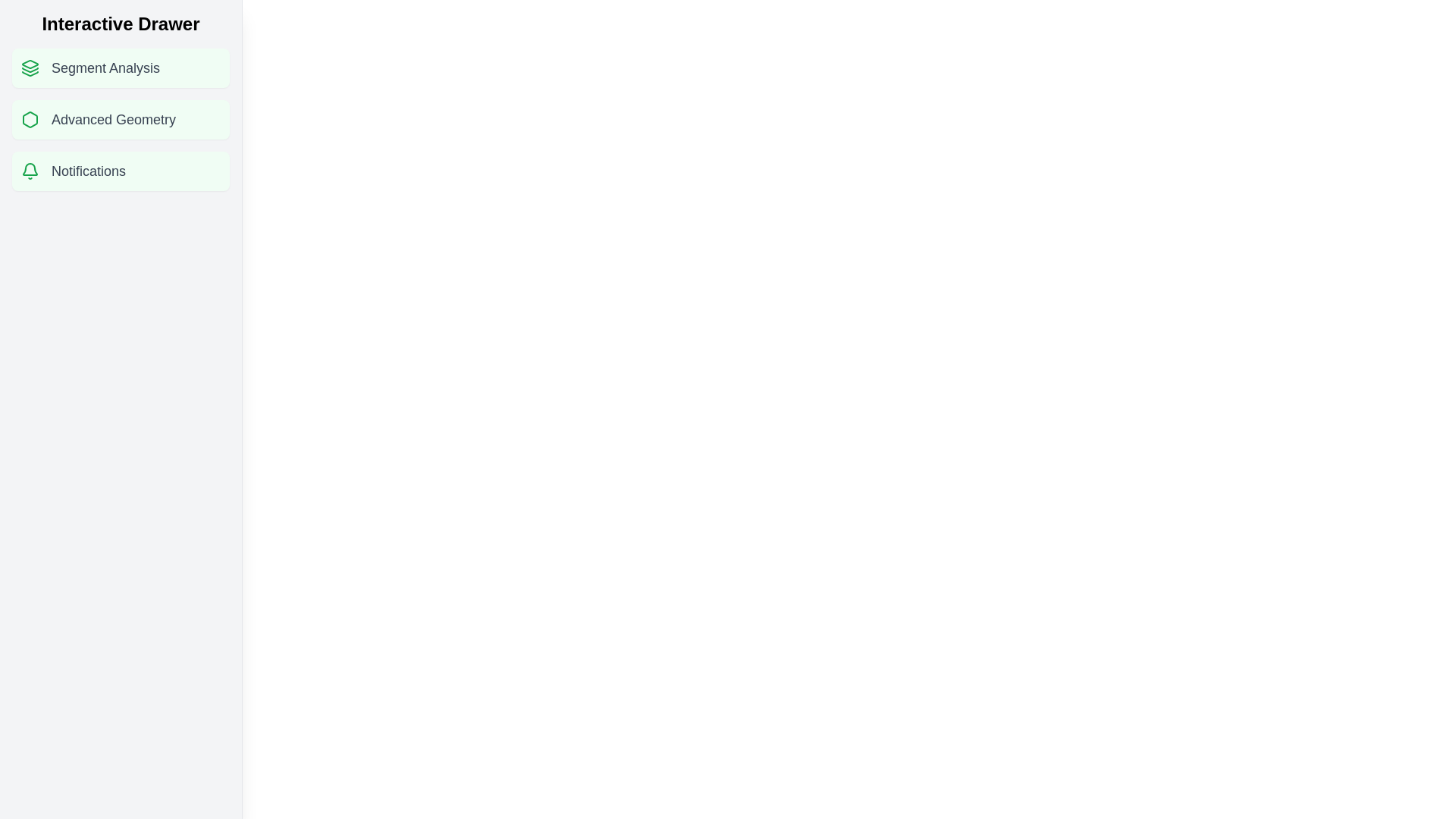 The height and width of the screenshot is (819, 1456). Describe the element at coordinates (120, 171) in the screenshot. I see `the feature item Notifications in the drawer` at that location.